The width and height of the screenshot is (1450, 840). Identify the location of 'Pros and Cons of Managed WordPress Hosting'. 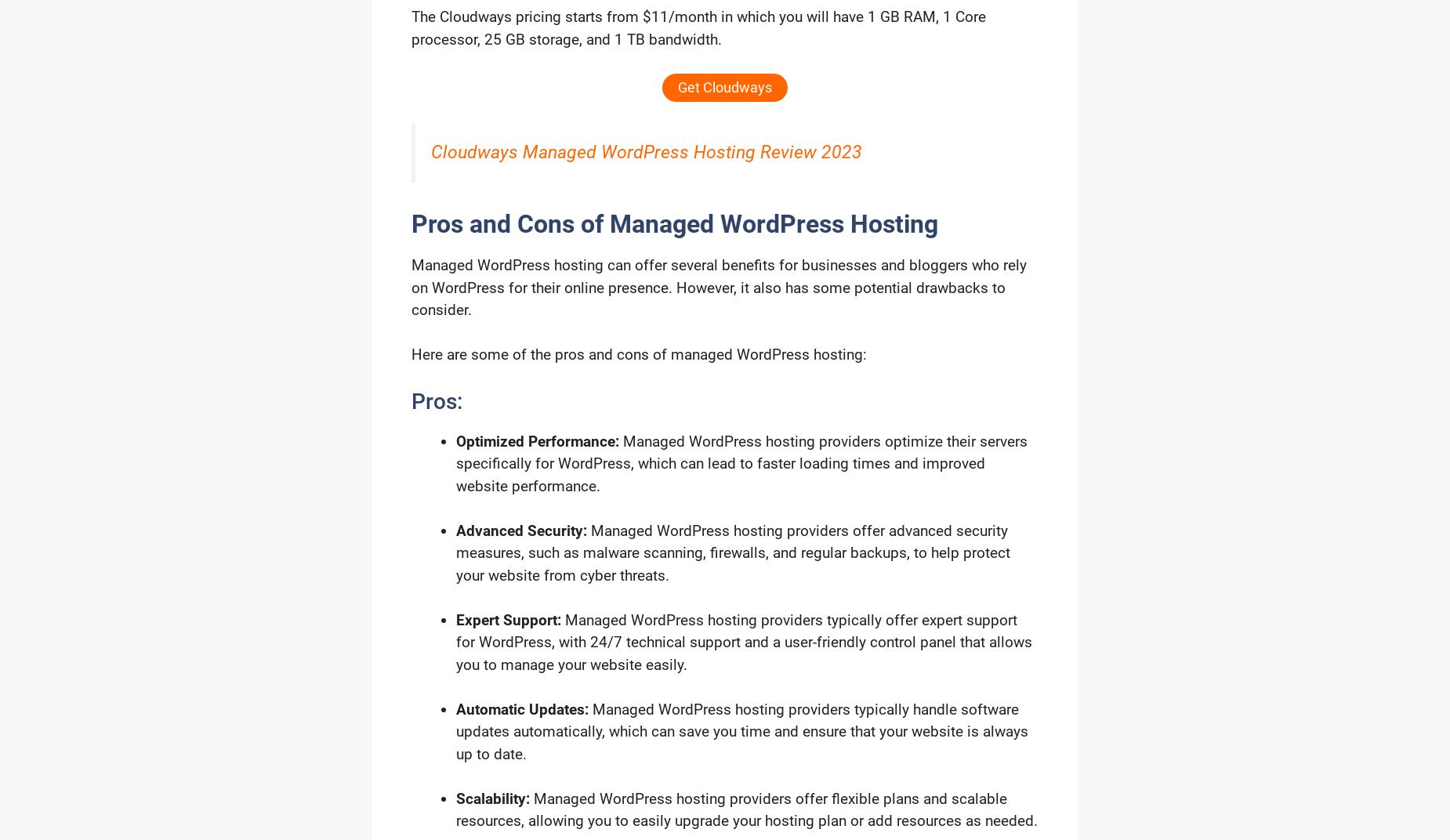
(674, 223).